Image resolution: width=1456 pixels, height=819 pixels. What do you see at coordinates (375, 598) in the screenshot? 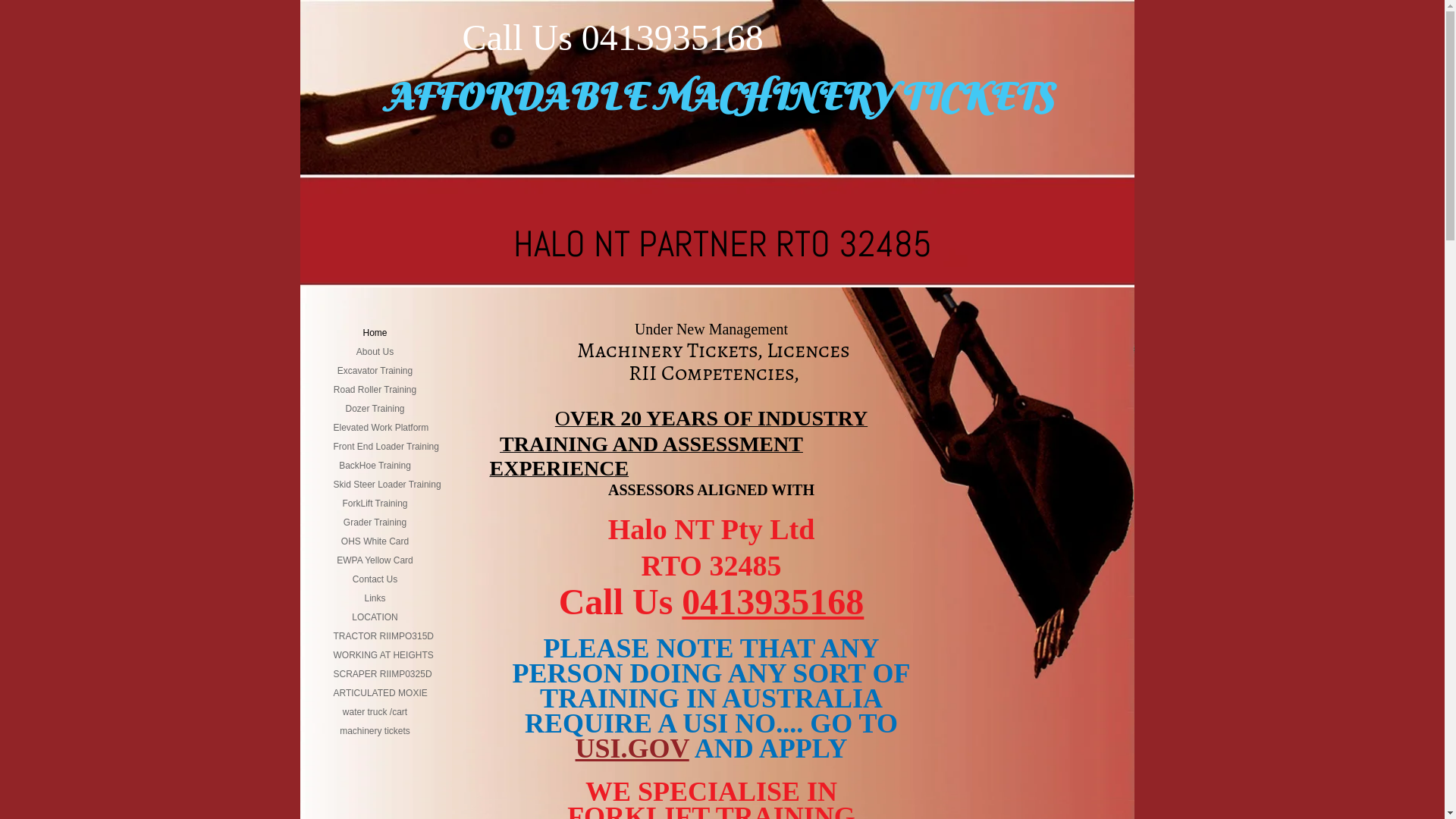
I see `'Links'` at bounding box center [375, 598].